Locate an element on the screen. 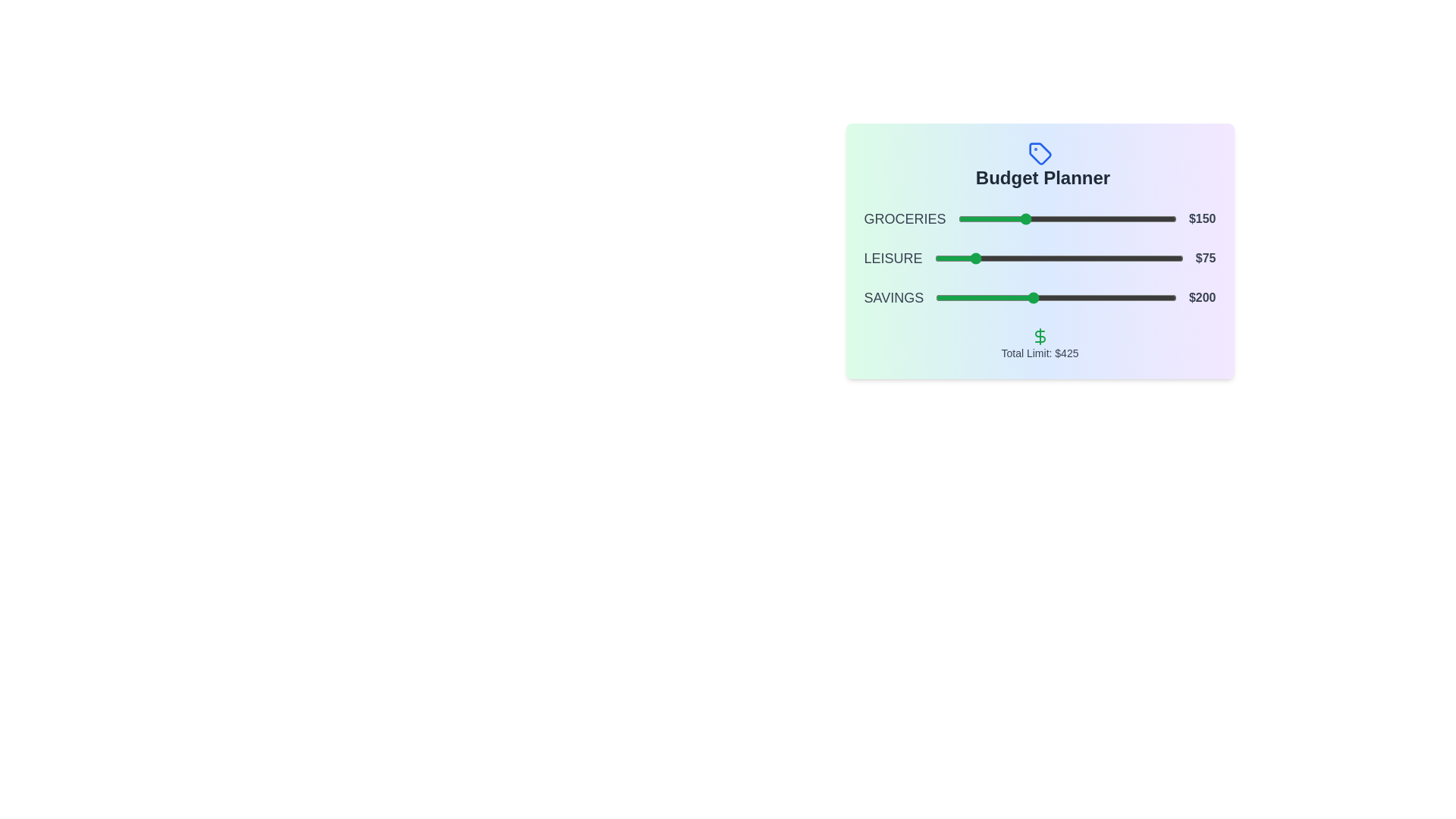 The height and width of the screenshot is (819, 1456). the category name leisure to display additional details is located at coordinates (893, 257).